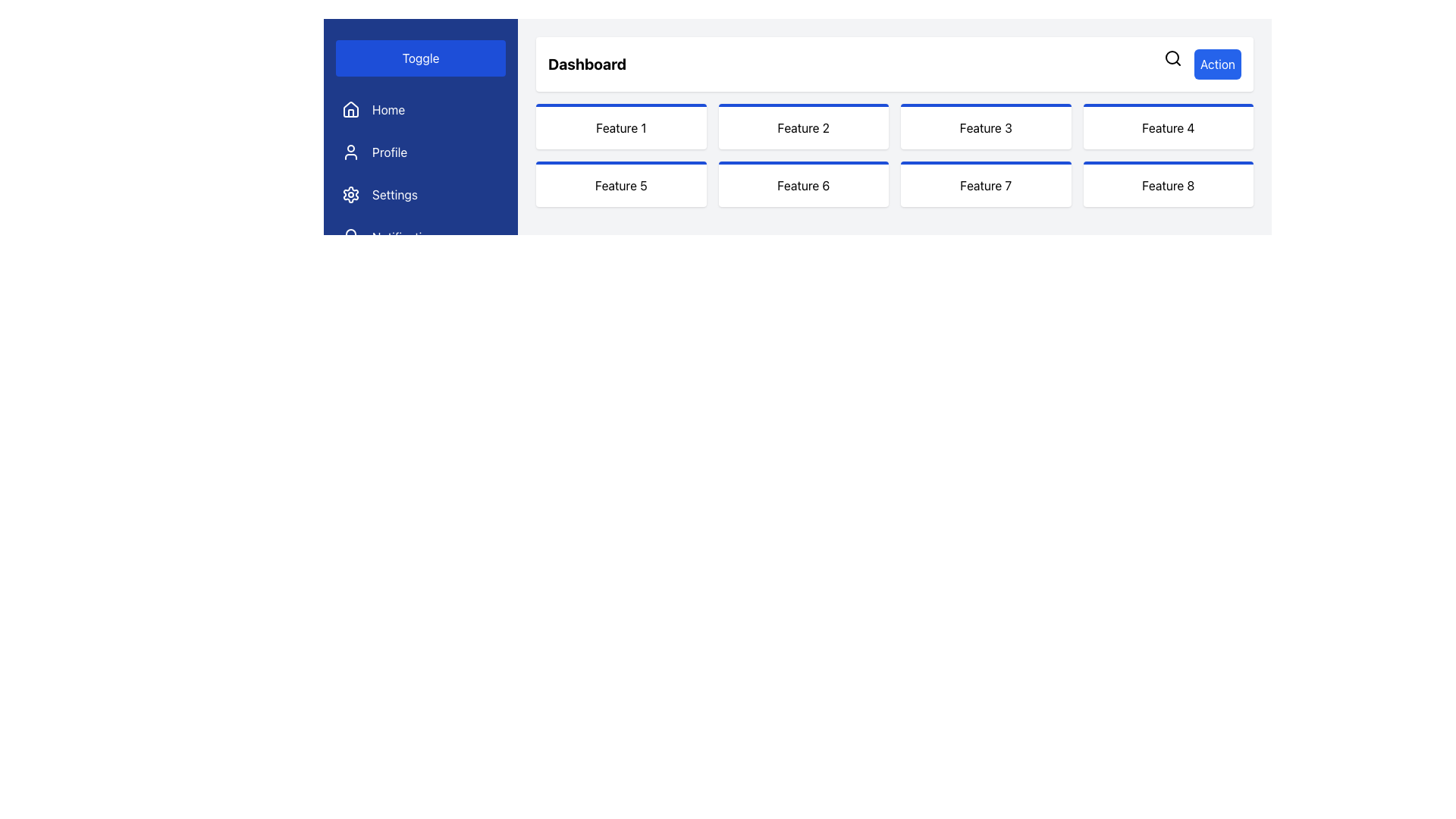  Describe the element at coordinates (421, 172) in the screenshot. I see `the 'Settings' Navigation Button, which is the third item in the vertical list of menu items including 'Home', 'Profile', 'Settings', and 'Notifications', located beneath the 'Toggle' button` at that location.